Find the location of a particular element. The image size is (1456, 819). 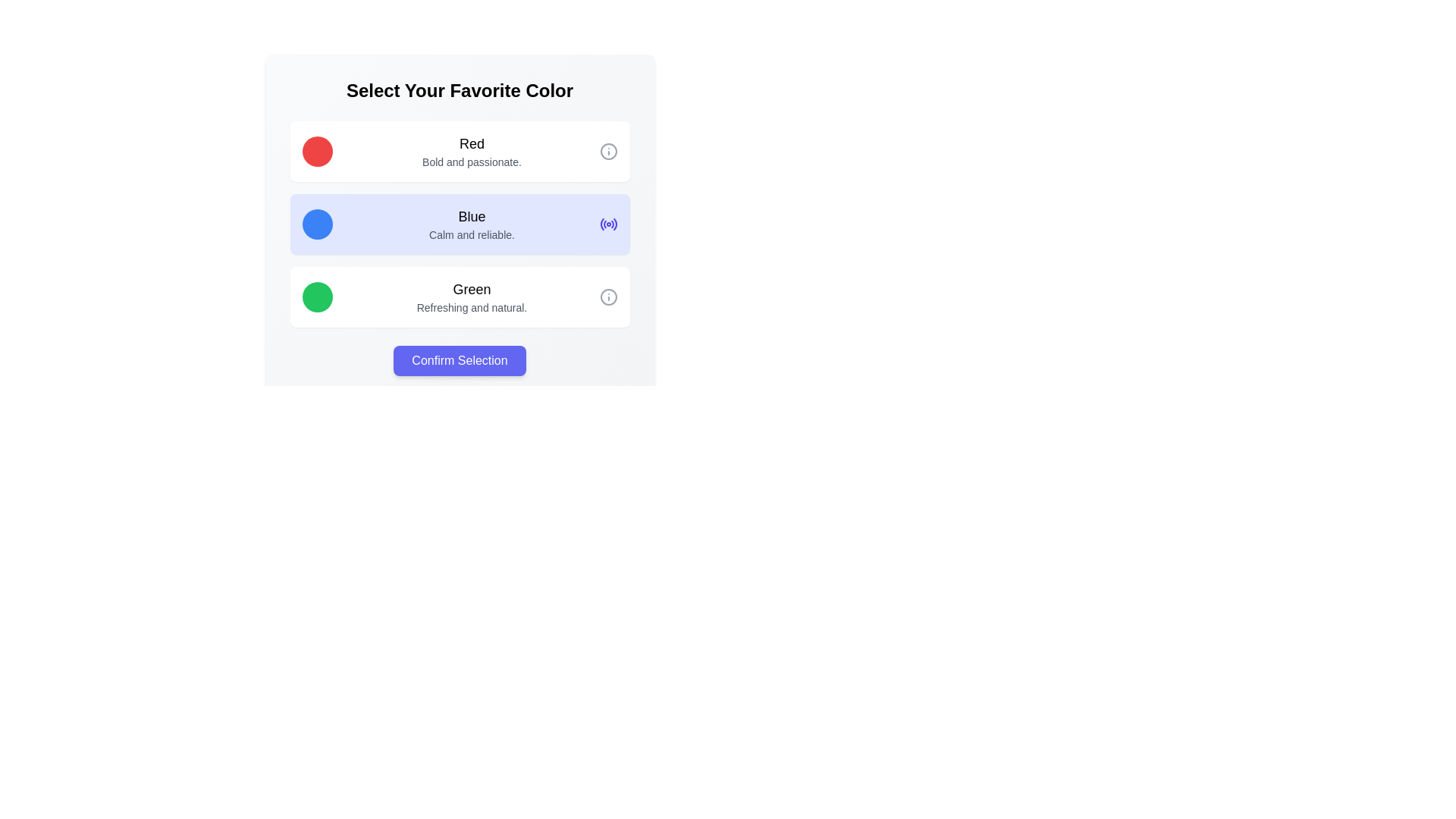

descriptive text content of the Text display element that provides information about the 'Blue' option, which suggests calmness and reliability is located at coordinates (471, 224).